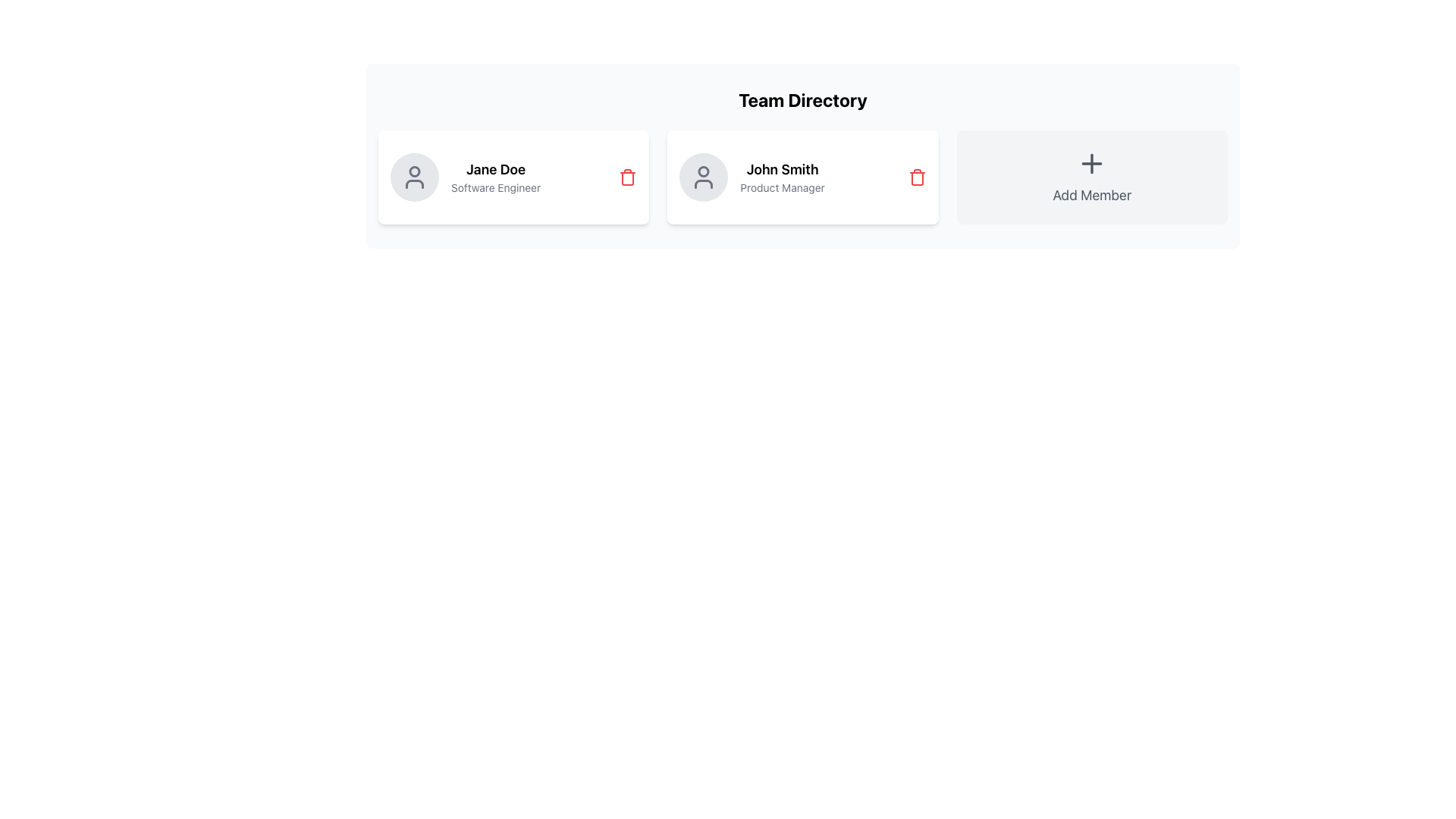 Image resolution: width=1456 pixels, height=819 pixels. What do you see at coordinates (703, 177) in the screenshot?
I see `the circular profile icon with a gray outline located in the second profile card of the team directory` at bounding box center [703, 177].